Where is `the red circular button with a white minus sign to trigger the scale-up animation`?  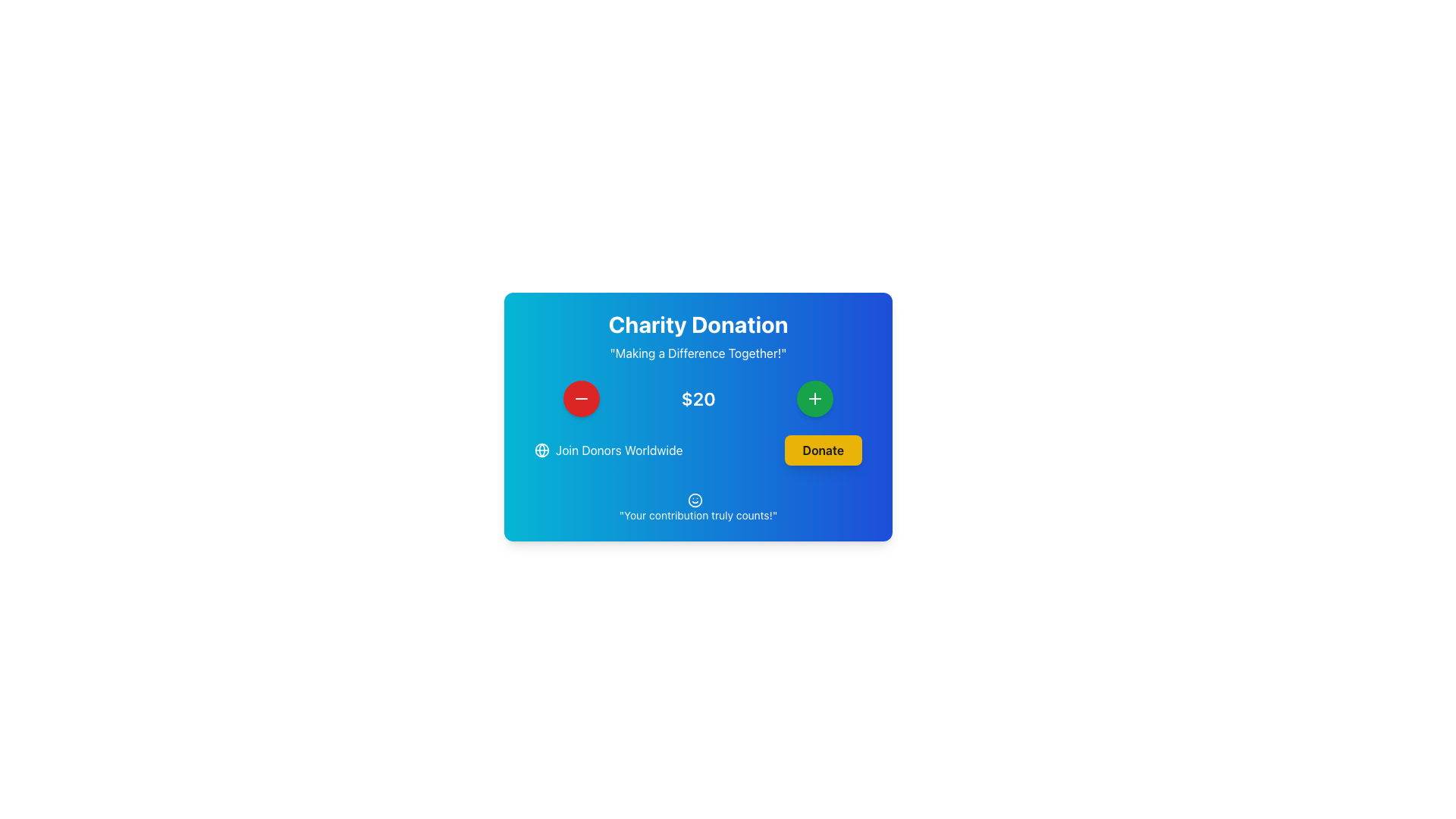
the red circular button with a white minus sign to trigger the scale-up animation is located at coordinates (580, 397).